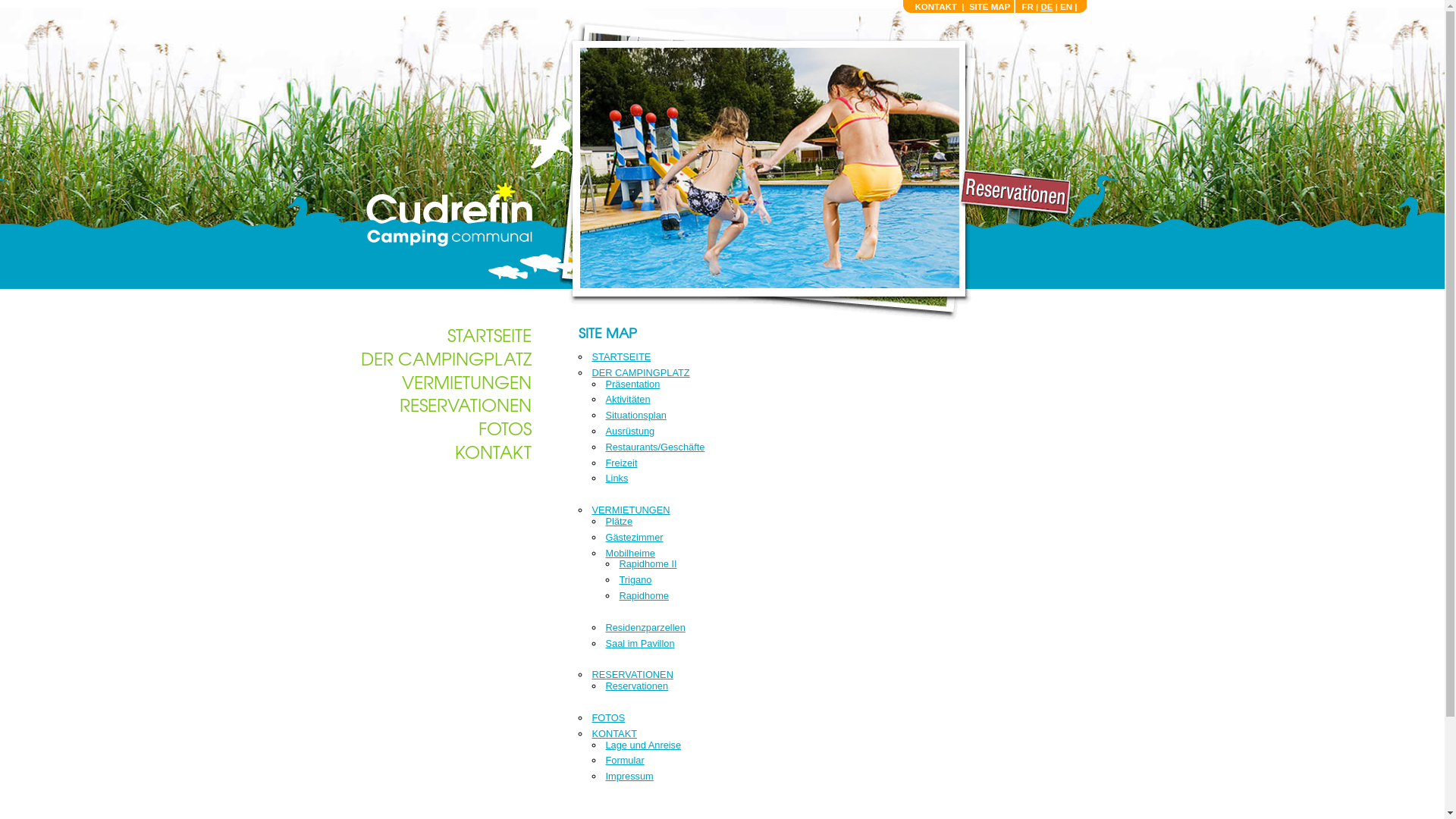 This screenshot has height=819, width=1456. Describe the element at coordinates (604, 462) in the screenshot. I see `'Freizeit'` at that location.